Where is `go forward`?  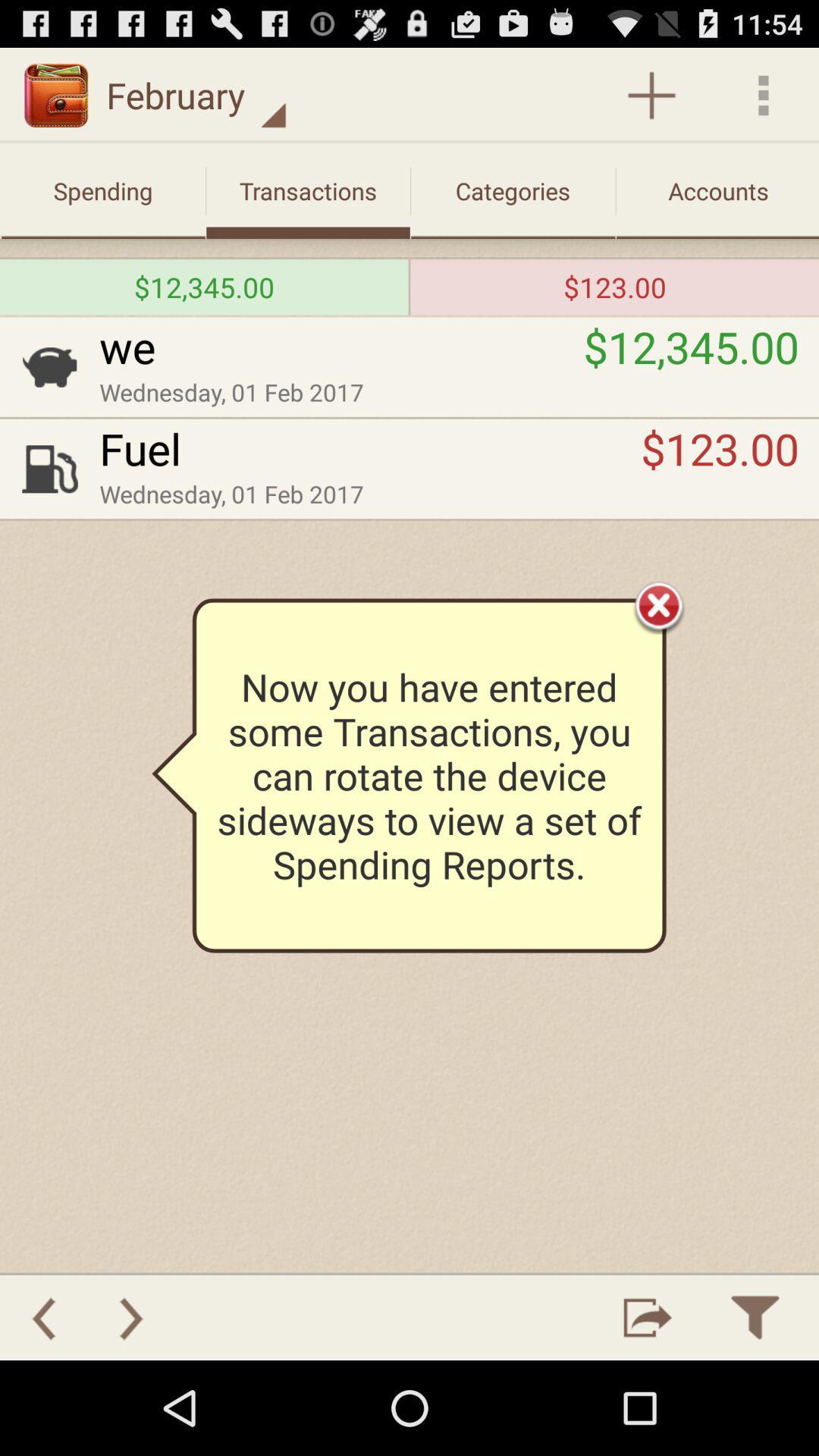 go forward is located at coordinates (130, 1316).